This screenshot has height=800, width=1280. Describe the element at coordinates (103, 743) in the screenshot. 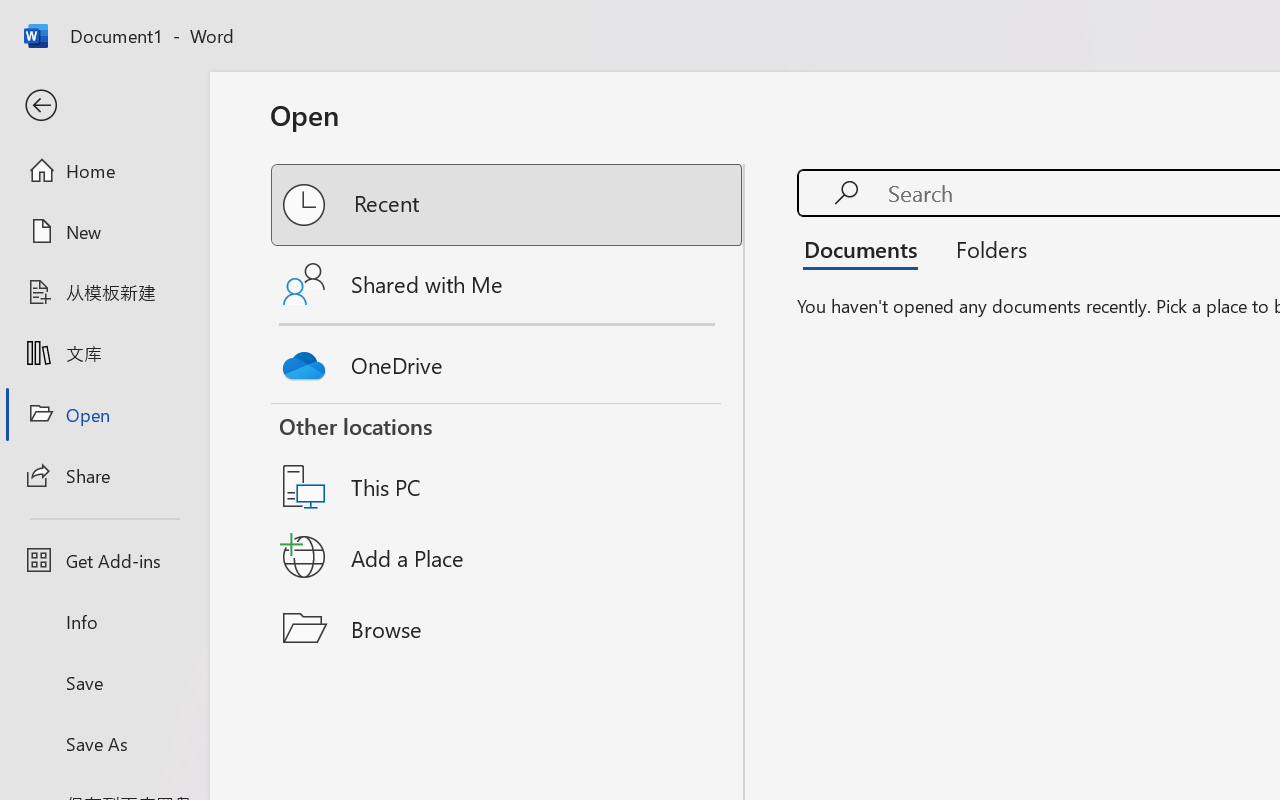

I see `'Save As'` at that location.